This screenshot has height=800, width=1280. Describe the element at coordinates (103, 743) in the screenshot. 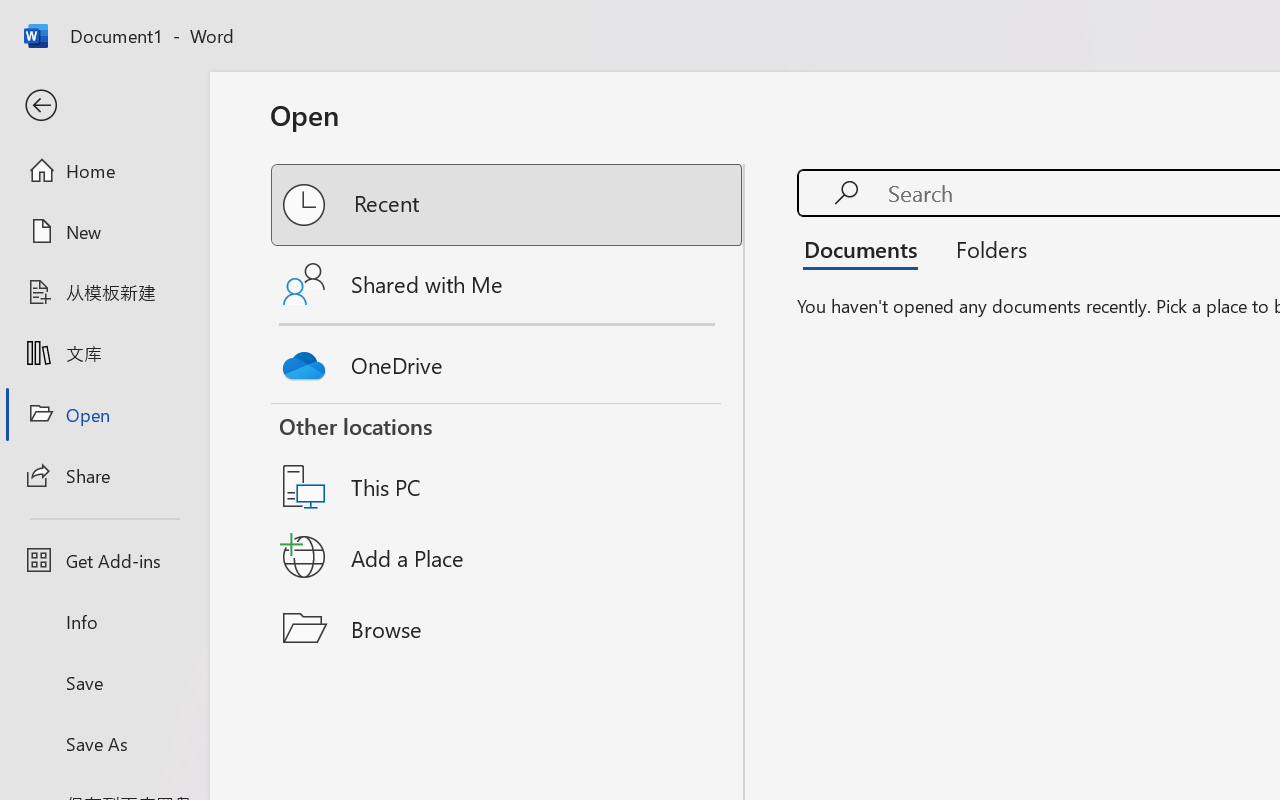

I see `'Save As'` at that location.